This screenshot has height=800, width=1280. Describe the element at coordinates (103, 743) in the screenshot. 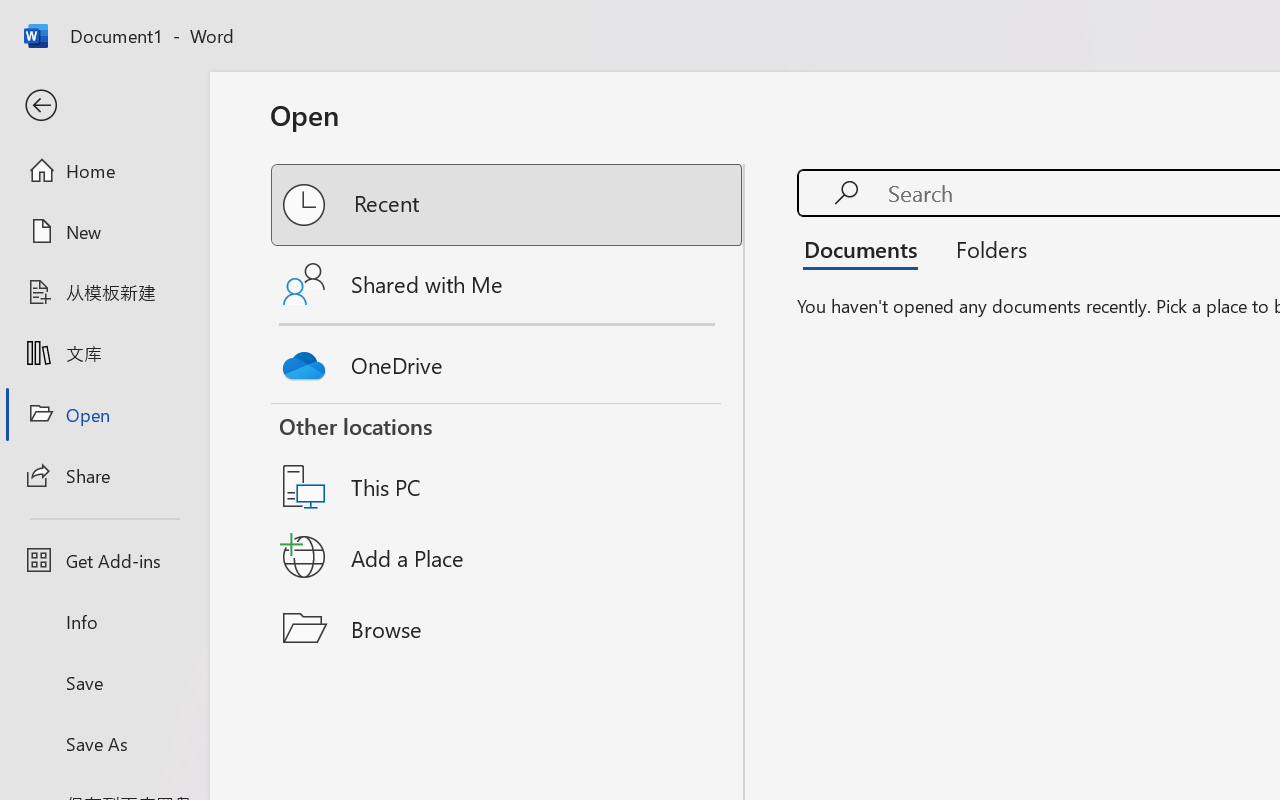

I see `'Save As'` at that location.